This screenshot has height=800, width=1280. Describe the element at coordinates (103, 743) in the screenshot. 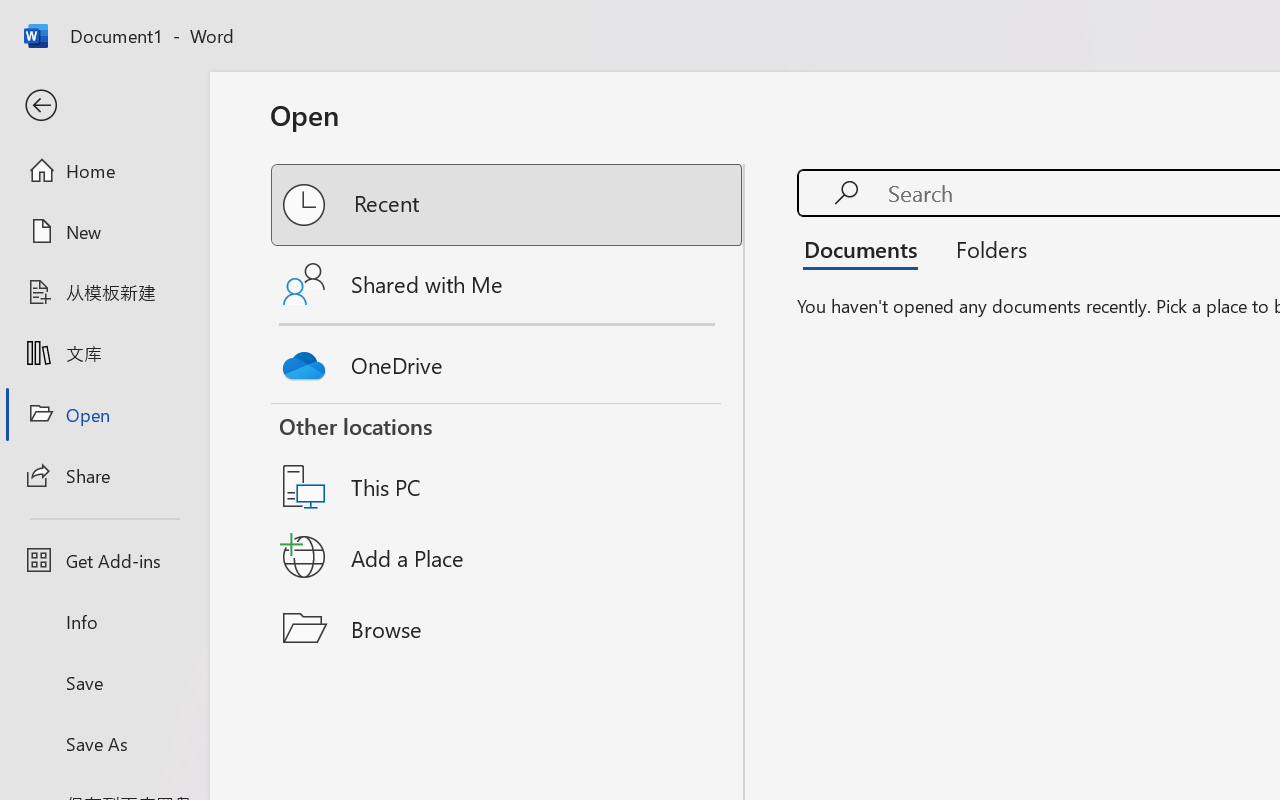

I see `'Save As'` at that location.